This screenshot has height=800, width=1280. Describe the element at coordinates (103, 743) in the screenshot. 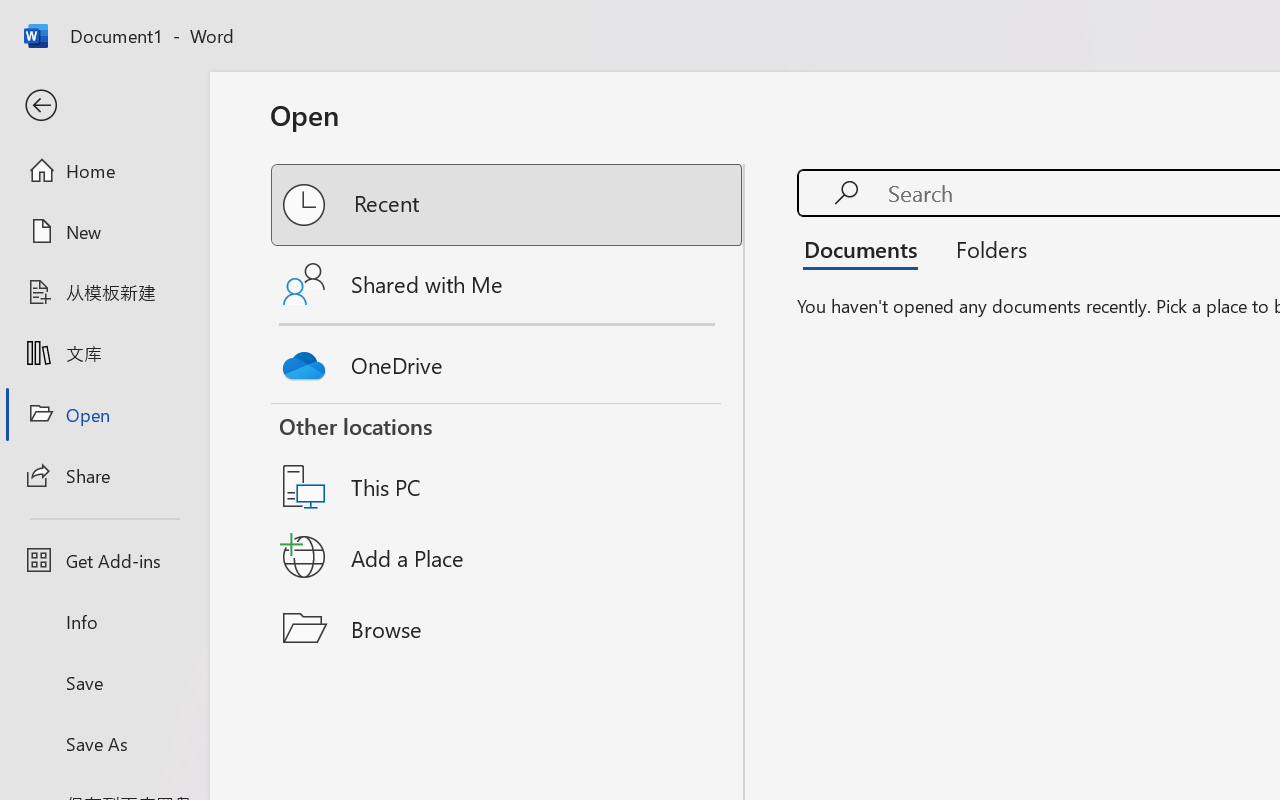

I see `'Save As'` at that location.